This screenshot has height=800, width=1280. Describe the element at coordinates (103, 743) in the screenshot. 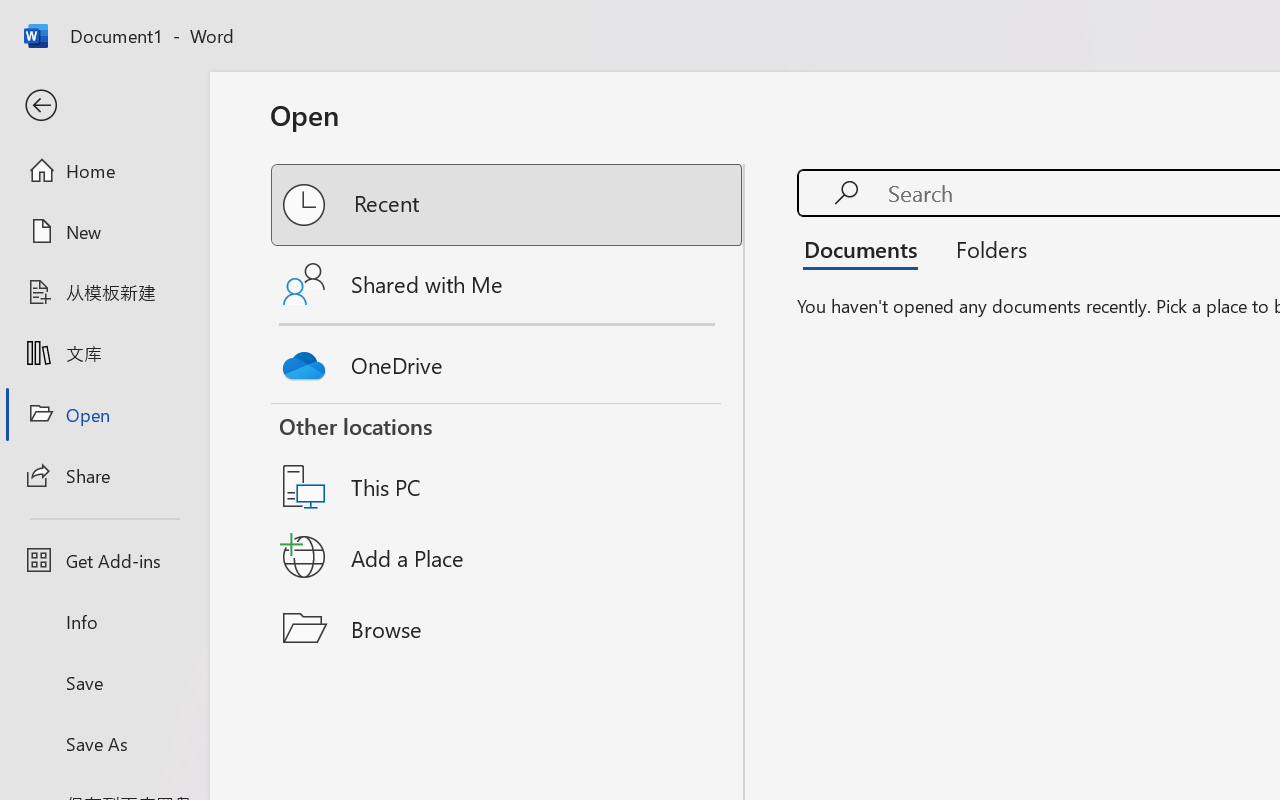

I see `'Save As'` at that location.